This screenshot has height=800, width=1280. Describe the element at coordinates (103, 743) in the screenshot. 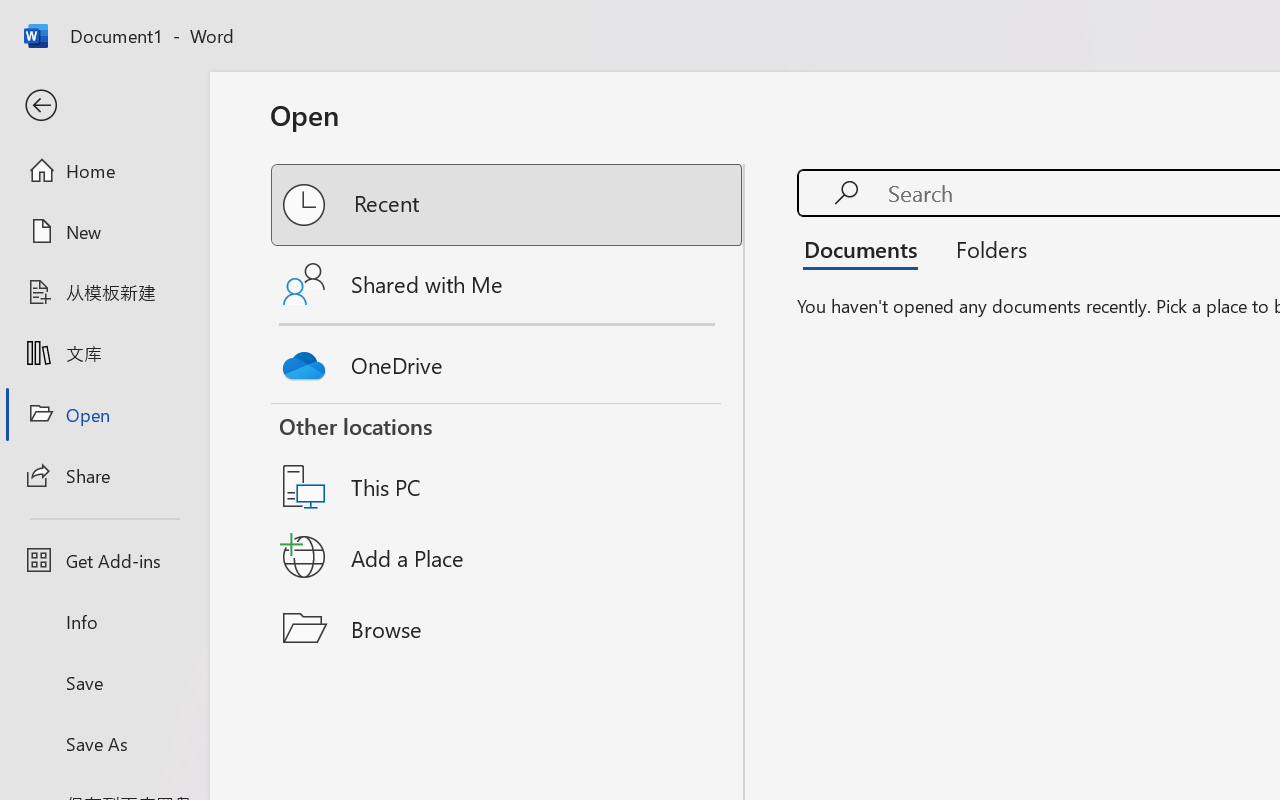

I see `'Save As'` at that location.